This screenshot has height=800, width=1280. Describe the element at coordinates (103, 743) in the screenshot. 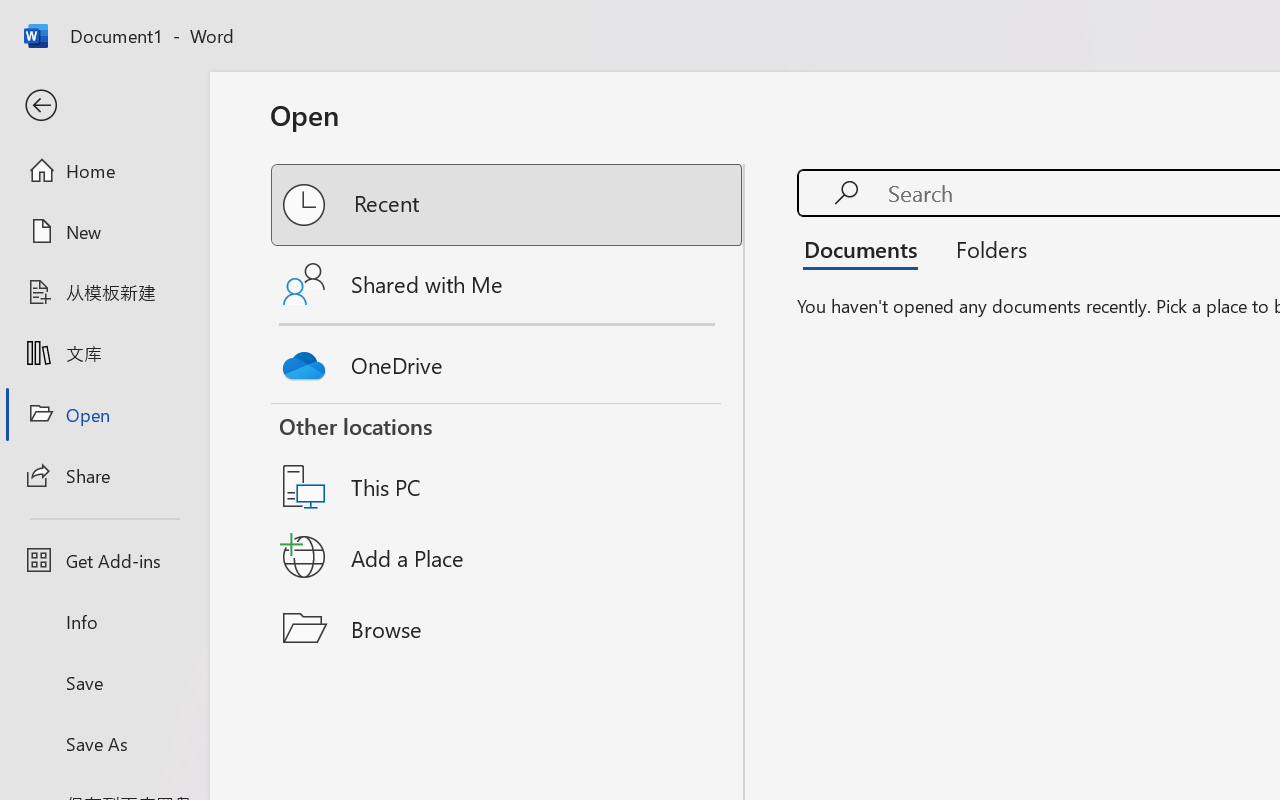

I see `'Save As'` at that location.